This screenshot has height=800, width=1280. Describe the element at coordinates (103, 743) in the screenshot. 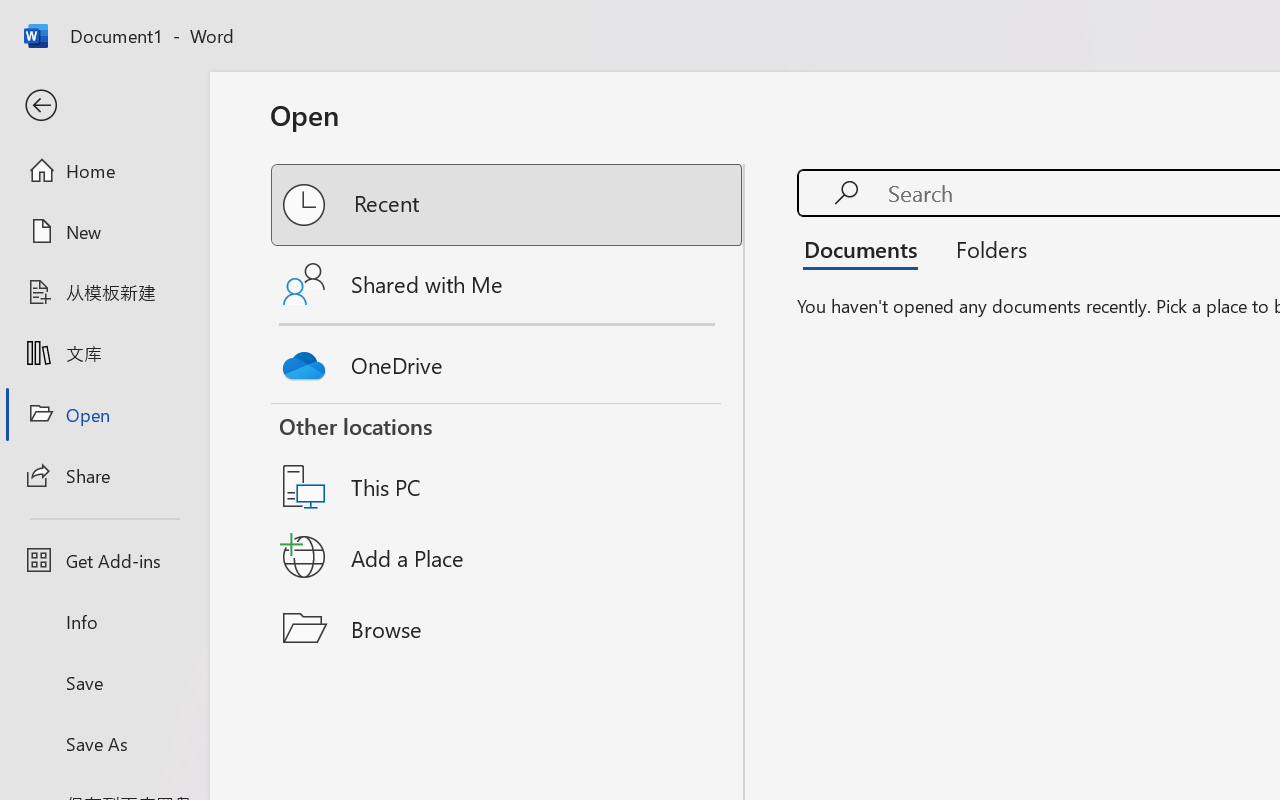

I see `'Save As'` at that location.